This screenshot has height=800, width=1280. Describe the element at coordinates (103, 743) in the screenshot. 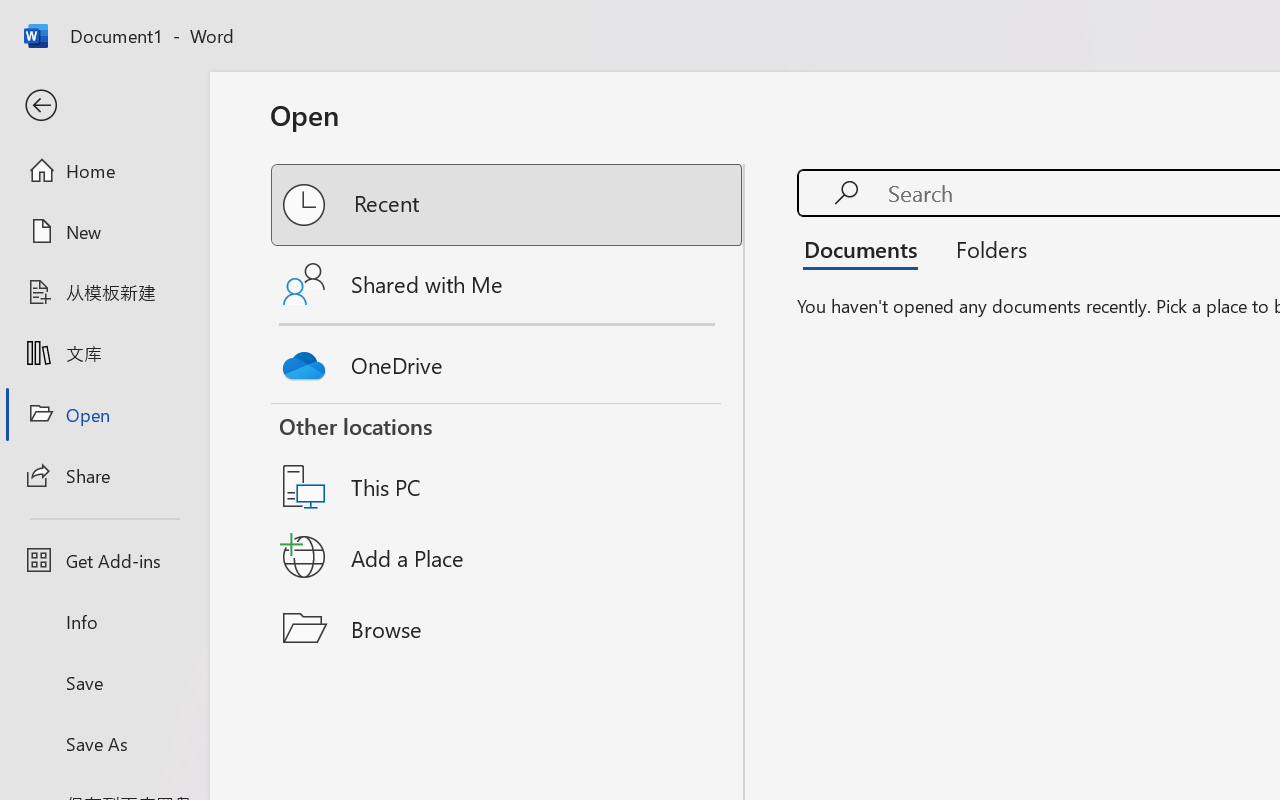

I see `'Save As'` at that location.